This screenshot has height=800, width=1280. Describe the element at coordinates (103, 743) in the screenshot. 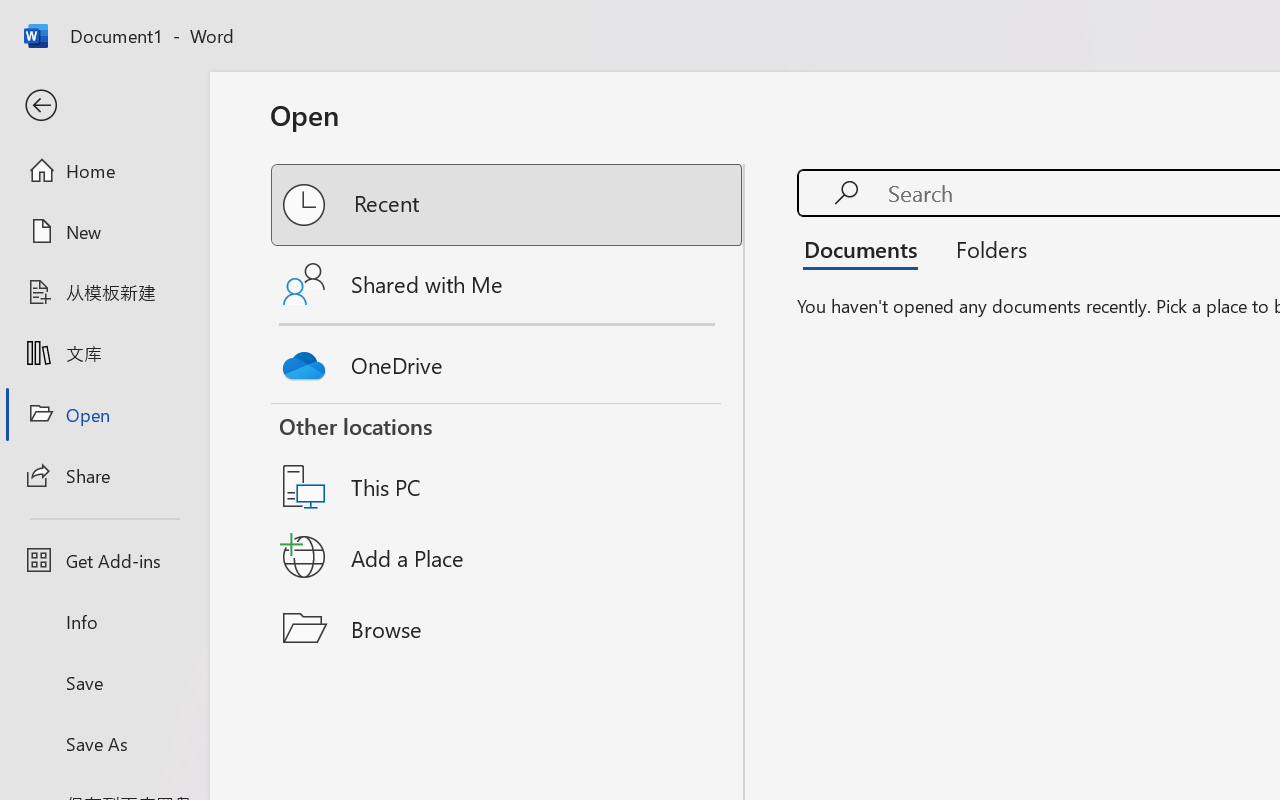

I see `'Save As'` at that location.